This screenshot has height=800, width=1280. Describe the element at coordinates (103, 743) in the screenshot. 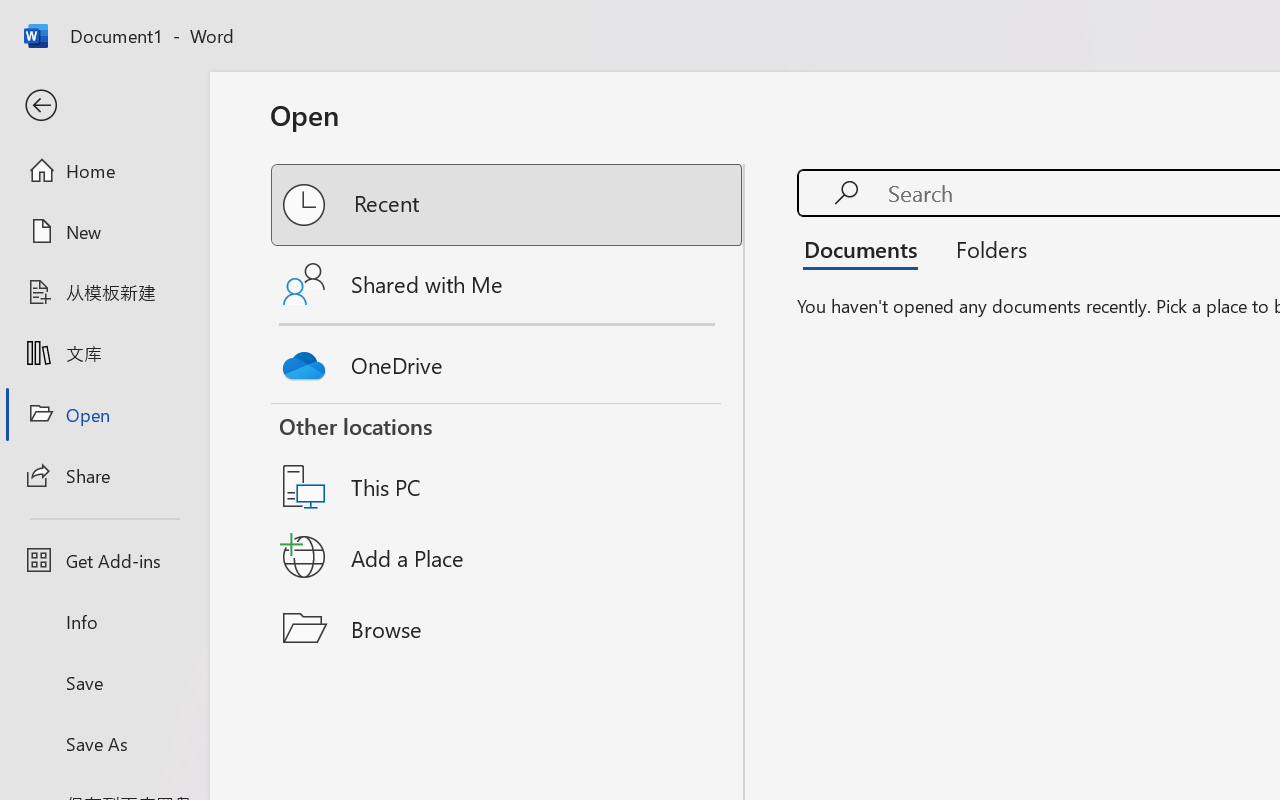

I see `'Save As'` at that location.